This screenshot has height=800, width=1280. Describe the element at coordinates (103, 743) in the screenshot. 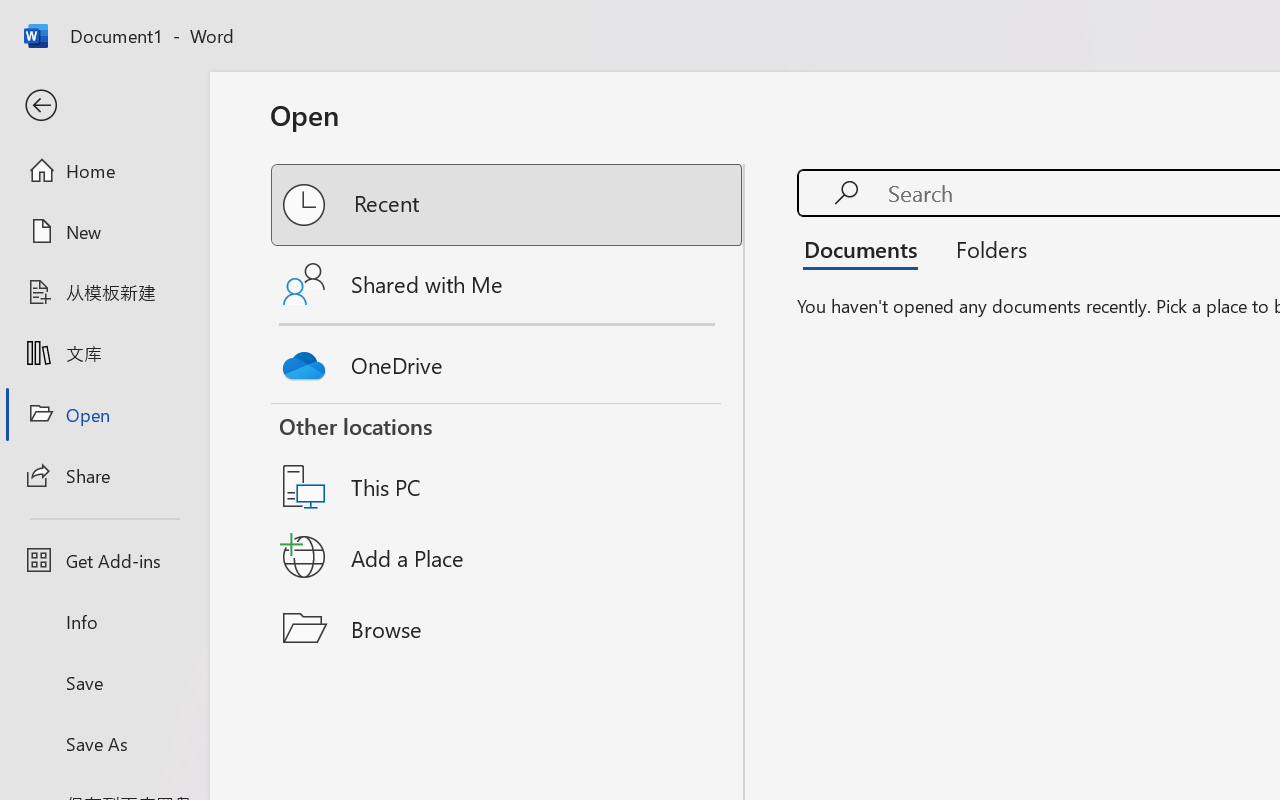

I see `'Save As'` at that location.